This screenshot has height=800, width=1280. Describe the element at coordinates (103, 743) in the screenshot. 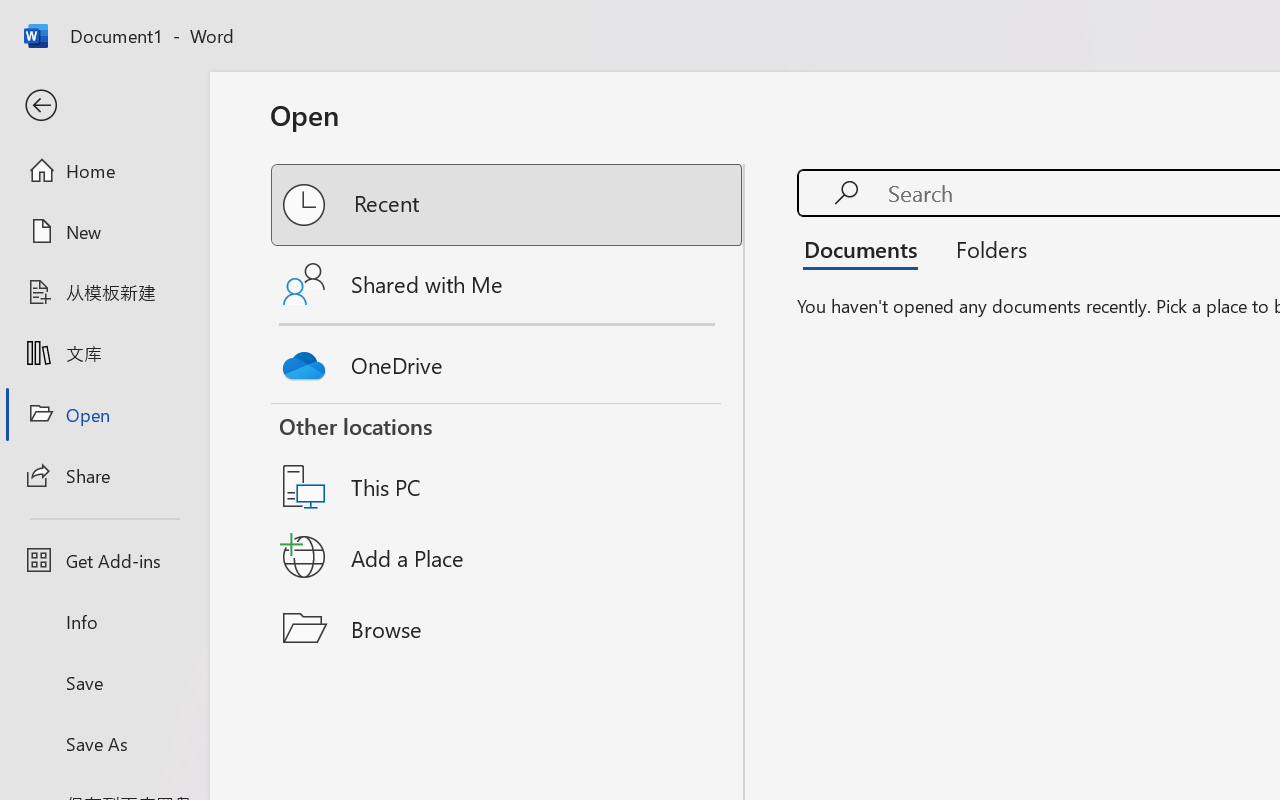

I see `'Save As'` at that location.